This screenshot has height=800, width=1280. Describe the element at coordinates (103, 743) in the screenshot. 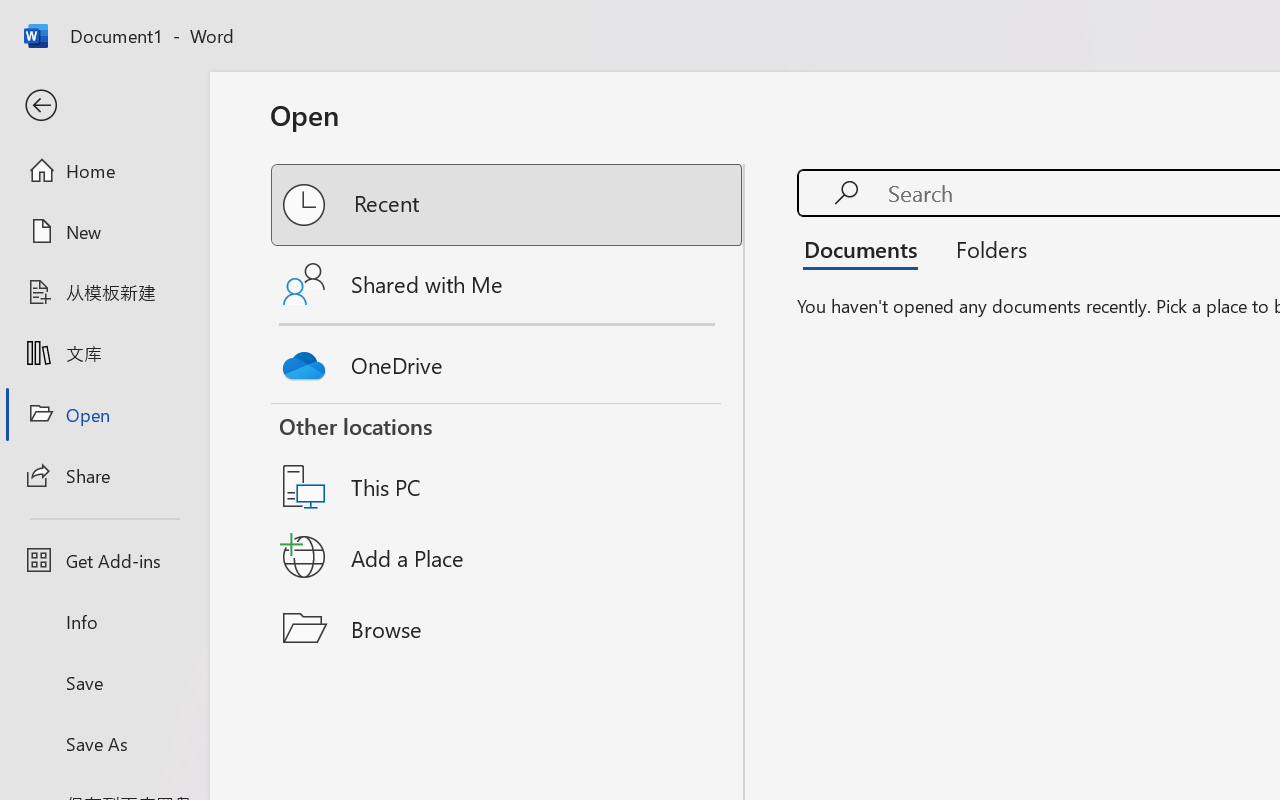

I see `'Save As'` at that location.